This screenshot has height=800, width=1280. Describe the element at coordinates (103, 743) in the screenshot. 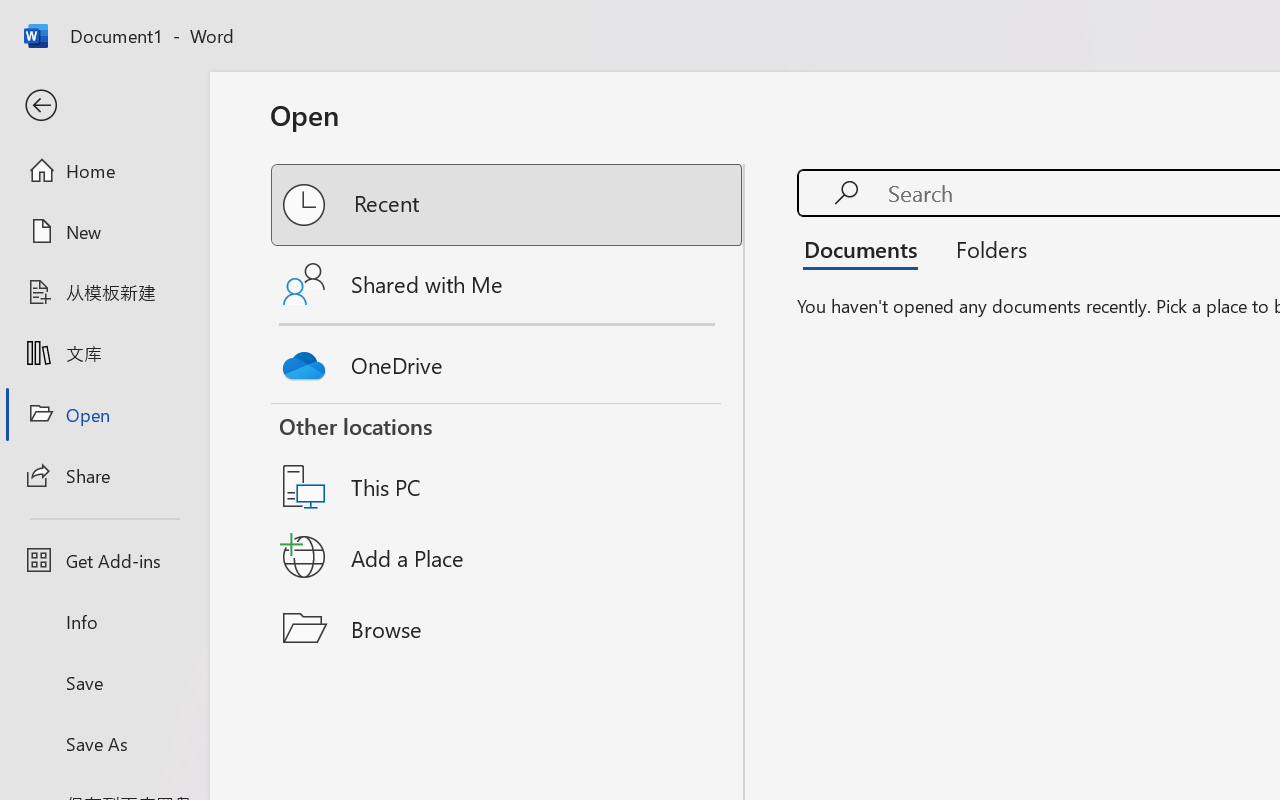

I see `'Save As'` at that location.